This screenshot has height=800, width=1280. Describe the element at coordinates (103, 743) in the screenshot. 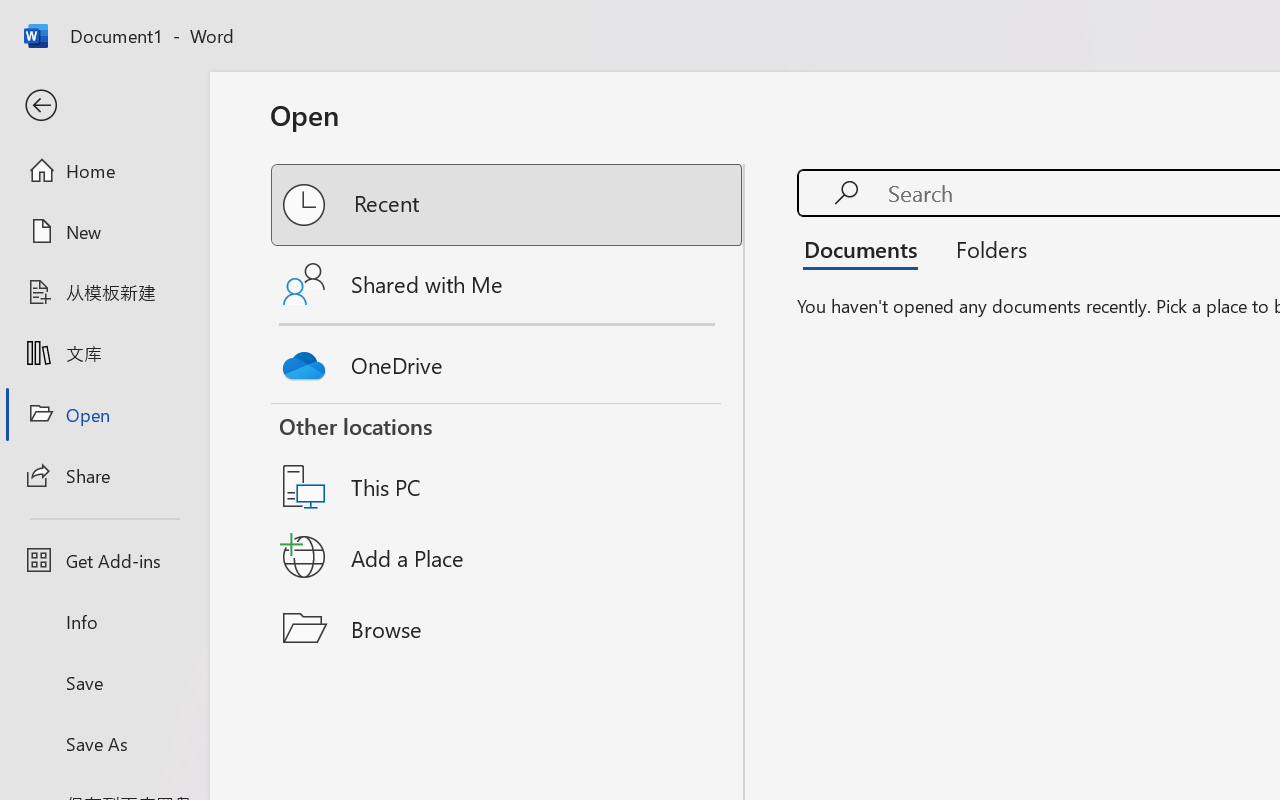

I see `'Save As'` at that location.